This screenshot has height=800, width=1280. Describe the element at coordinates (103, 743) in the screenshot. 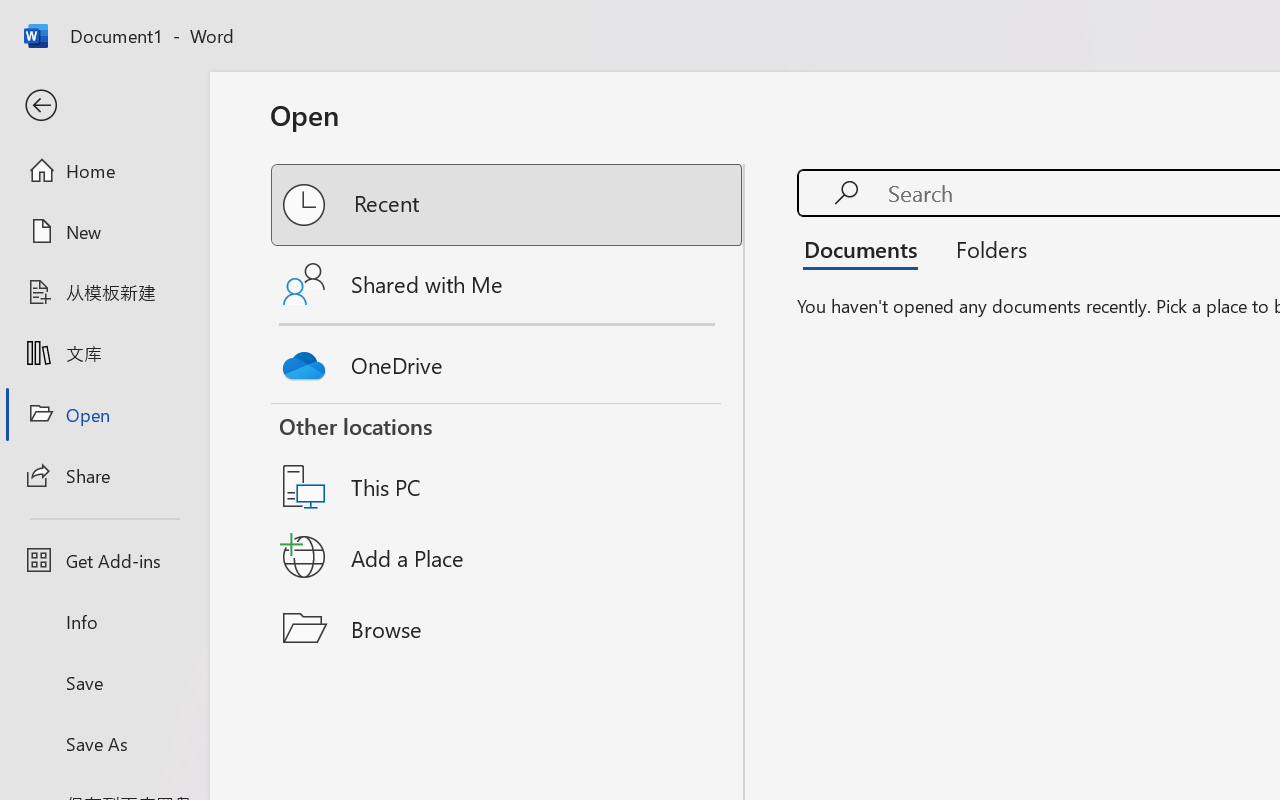

I see `'Save As'` at that location.